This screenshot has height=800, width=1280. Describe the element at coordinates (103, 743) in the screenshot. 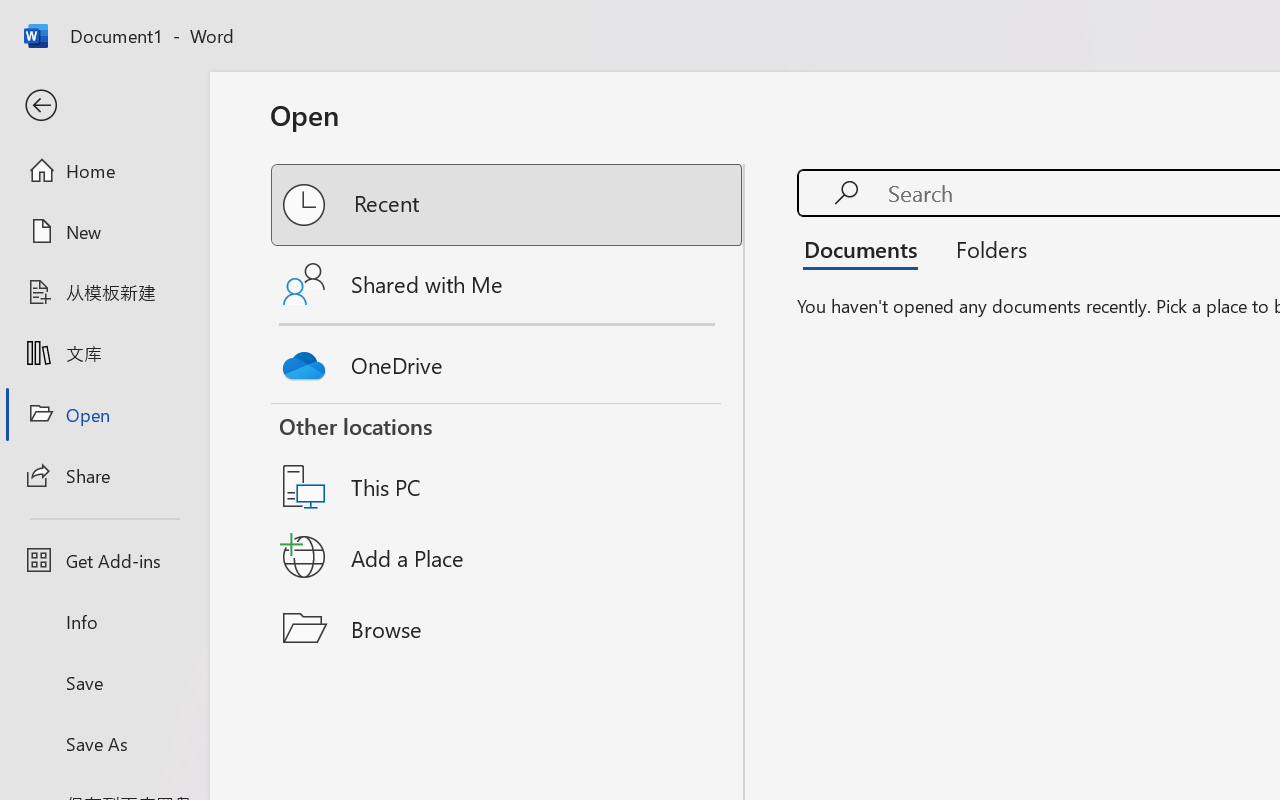

I see `'Save As'` at that location.